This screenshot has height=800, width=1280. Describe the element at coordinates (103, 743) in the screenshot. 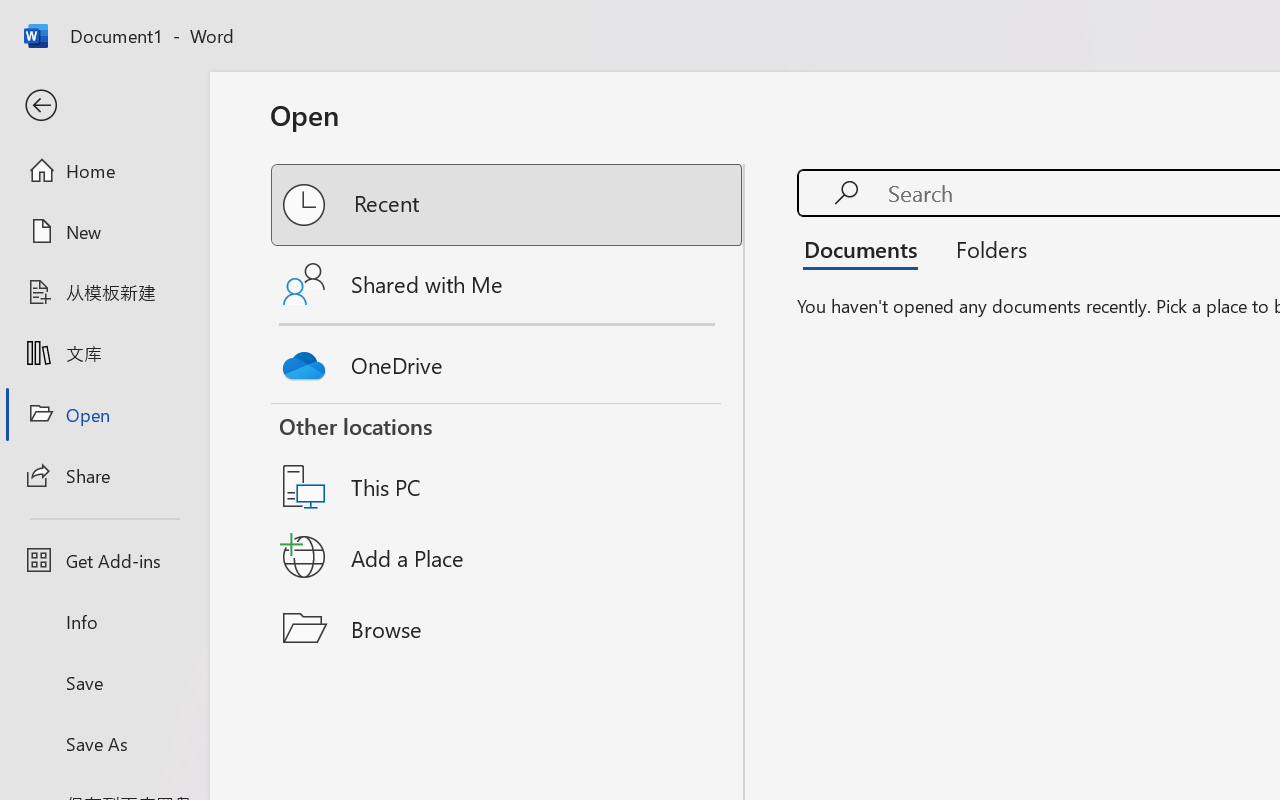

I see `'Save As'` at that location.